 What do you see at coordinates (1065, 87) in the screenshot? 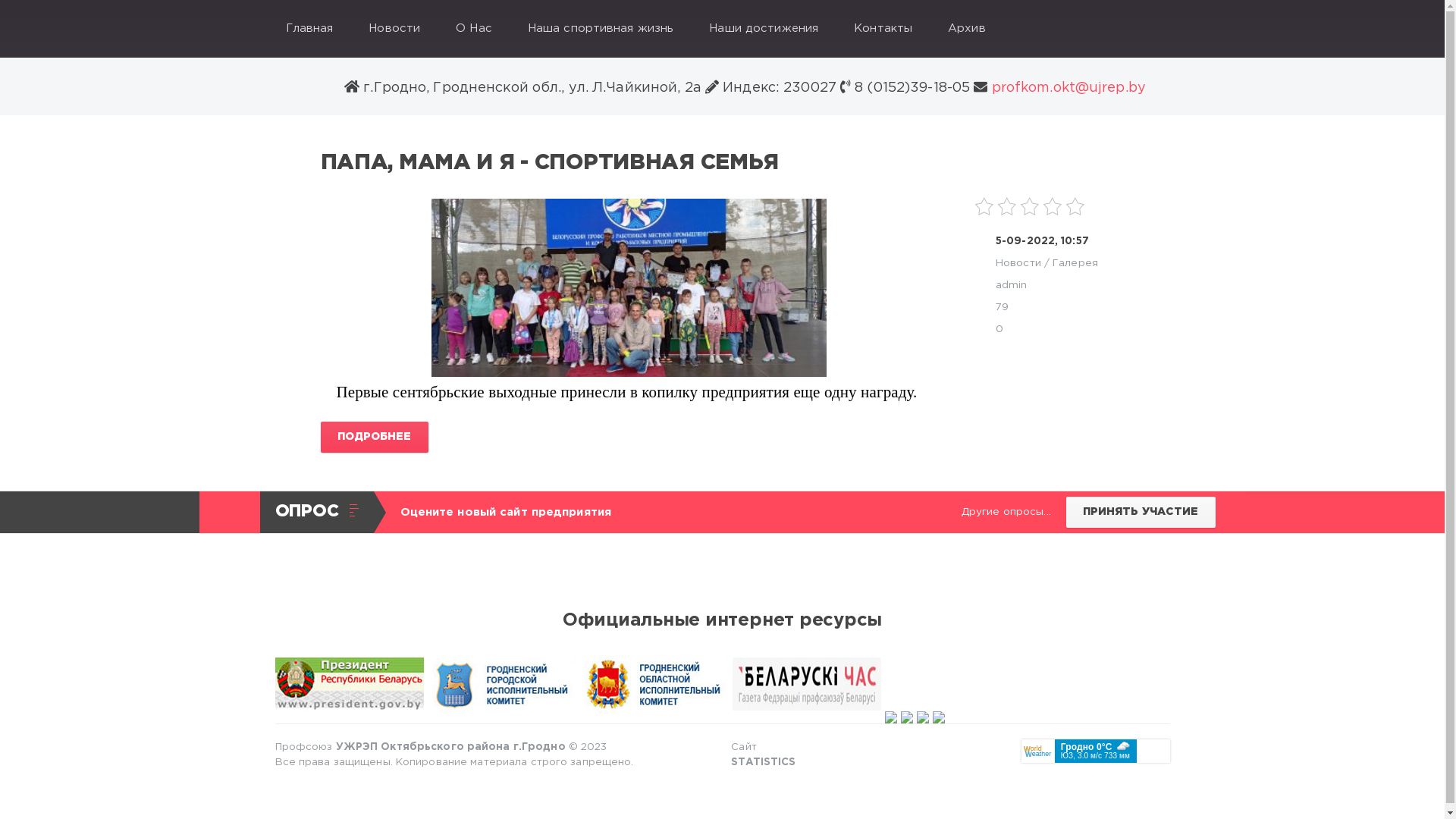
I see `'profkom.okt@ujrep.by'` at bounding box center [1065, 87].